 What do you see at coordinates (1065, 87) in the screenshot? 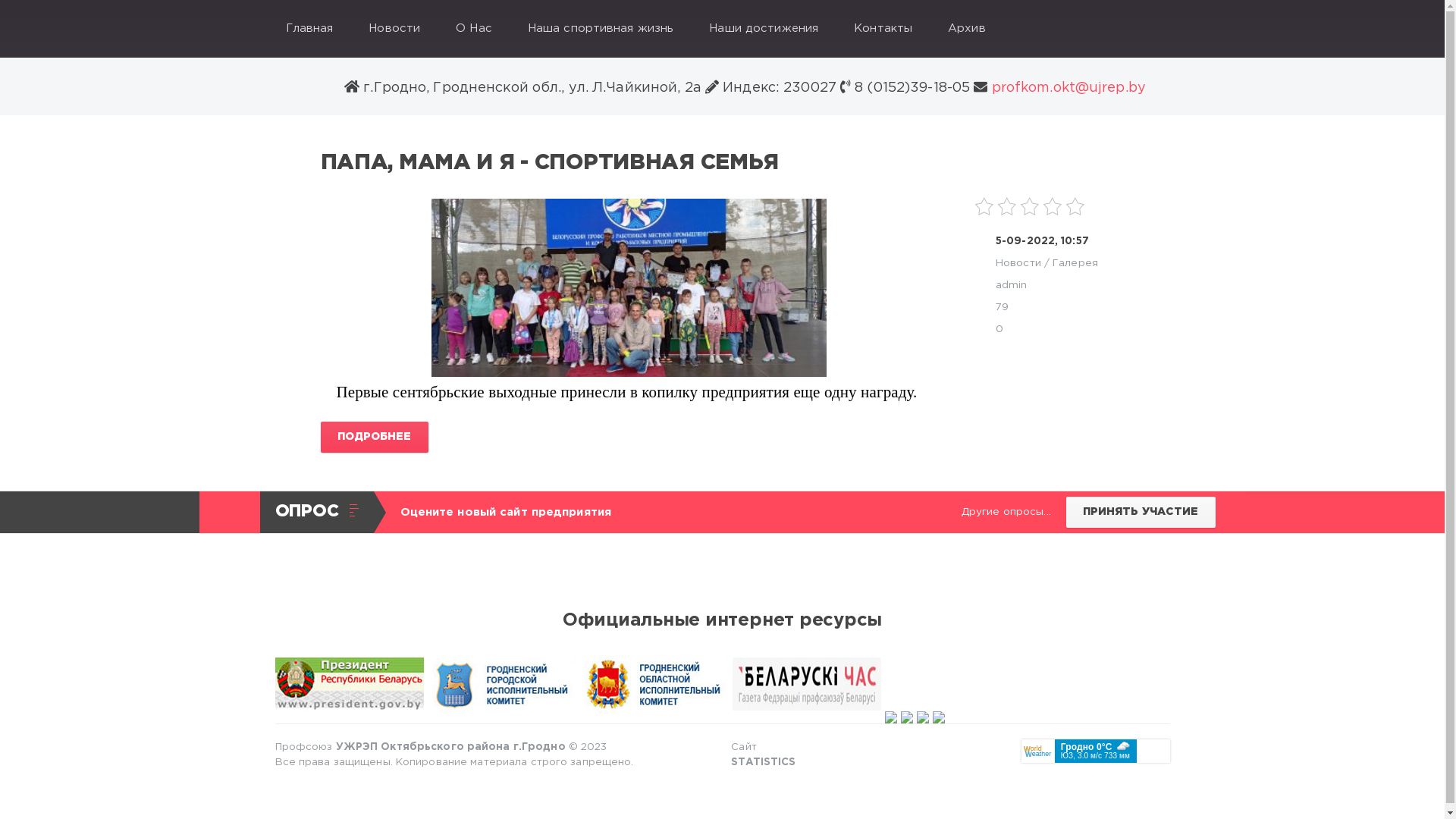
I see `'profkom.okt@ujrep.by'` at bounding box center [1065, 87].